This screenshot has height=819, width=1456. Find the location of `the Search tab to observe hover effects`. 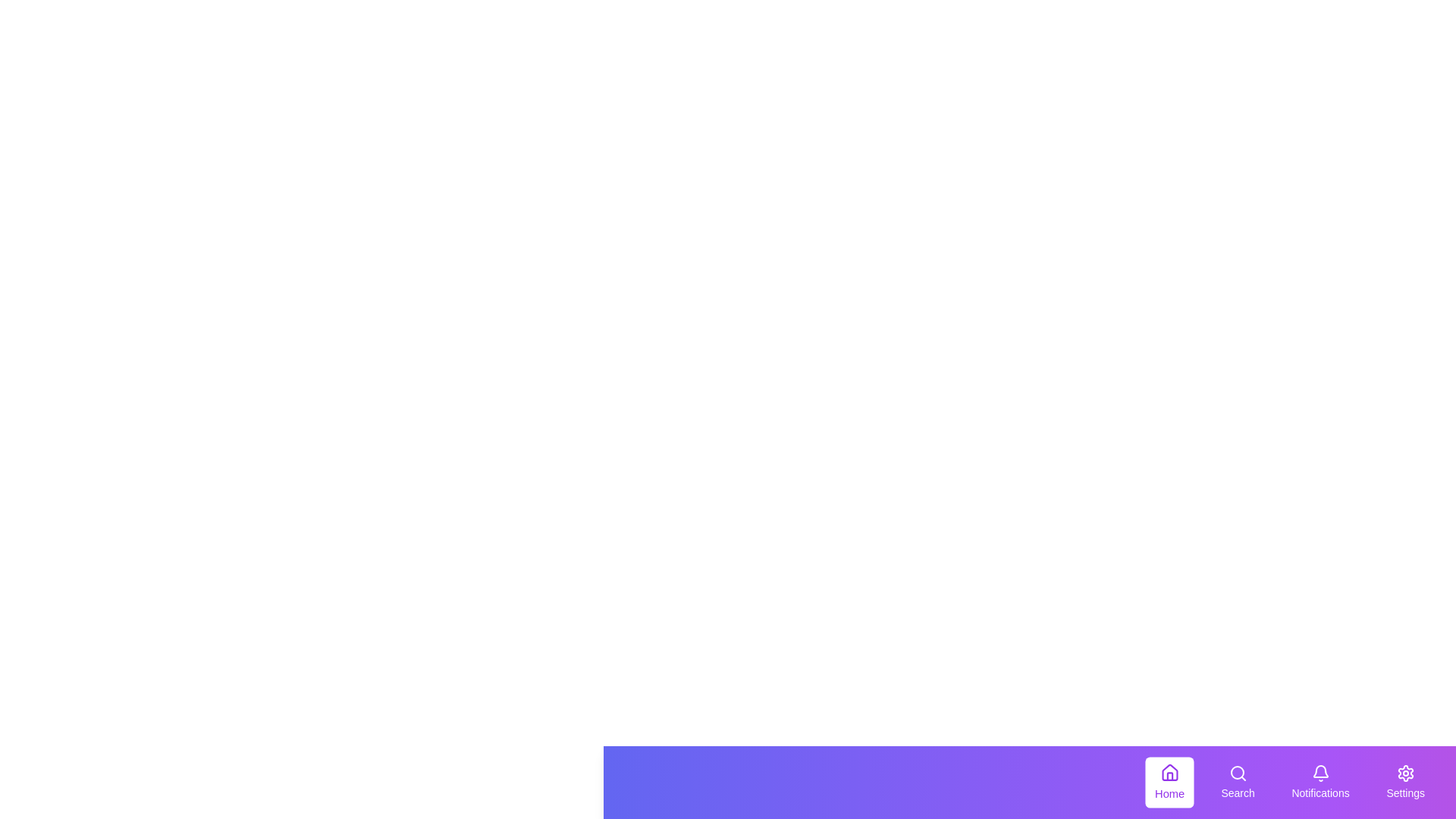

the Search tab to observe hover effects is located at coordinates (1238, 783).